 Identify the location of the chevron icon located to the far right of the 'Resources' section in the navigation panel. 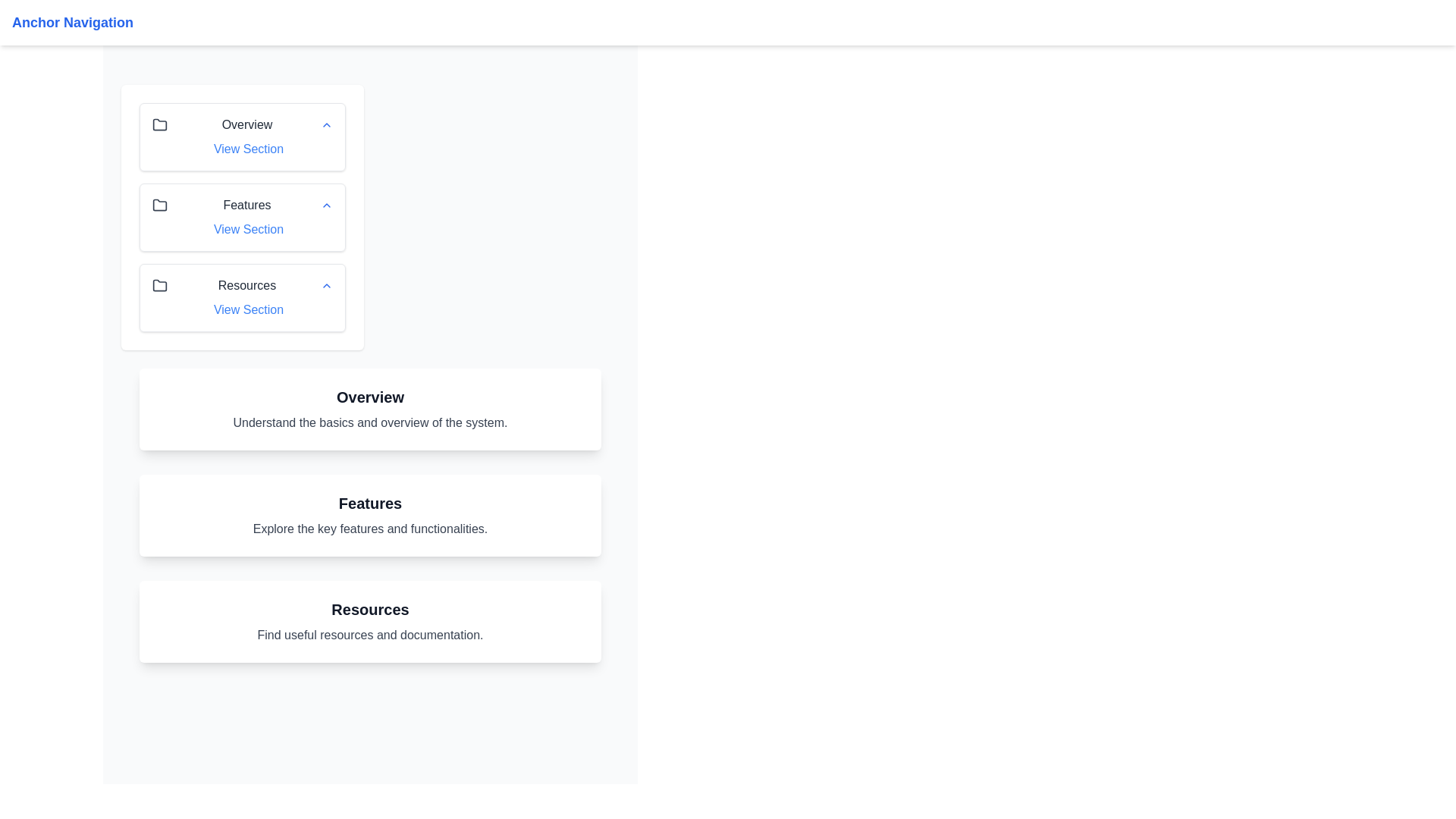
(326, 286).